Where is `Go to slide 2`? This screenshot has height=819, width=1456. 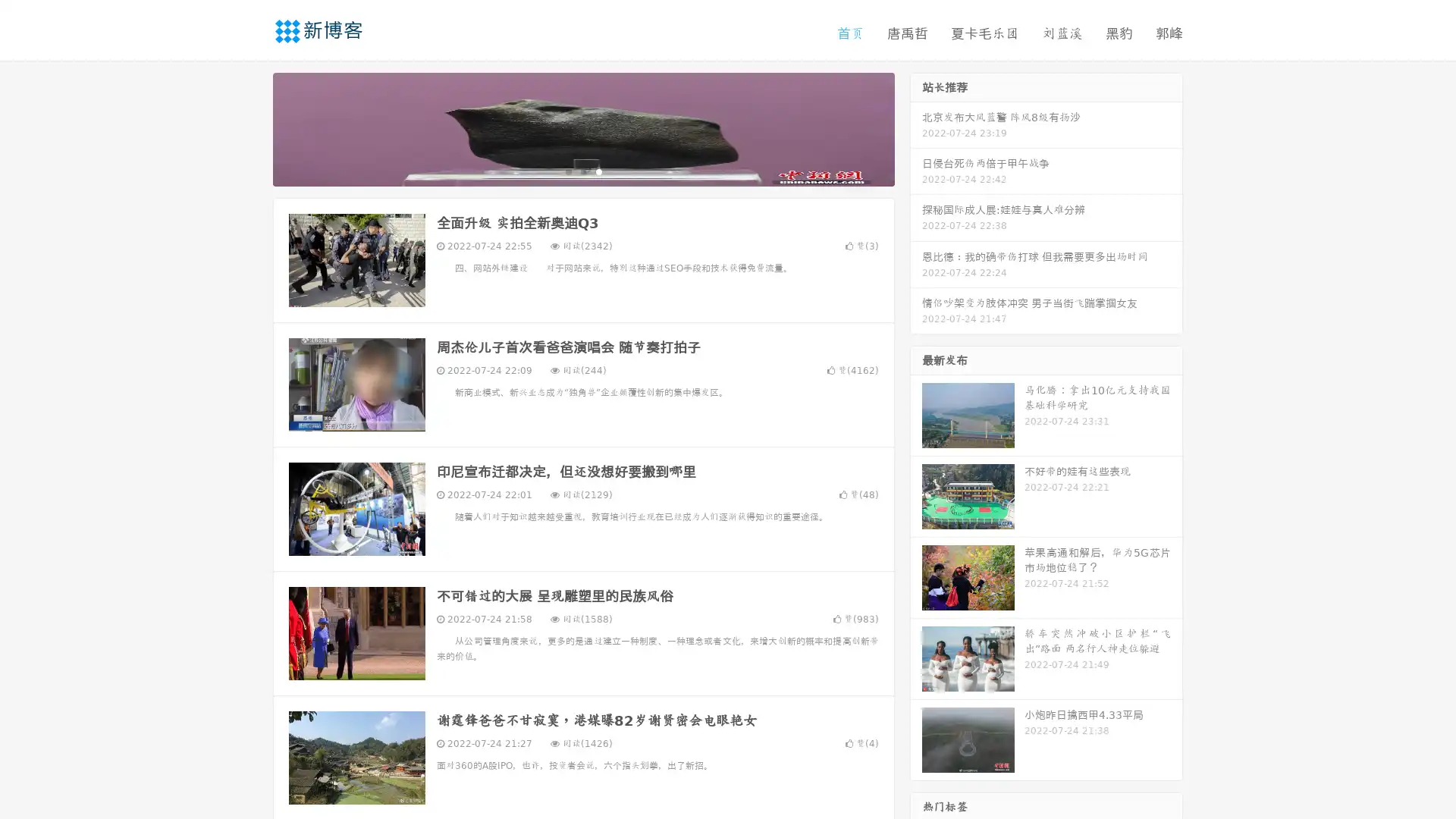
Go to slide 2 is located at coordinates (582, 171).